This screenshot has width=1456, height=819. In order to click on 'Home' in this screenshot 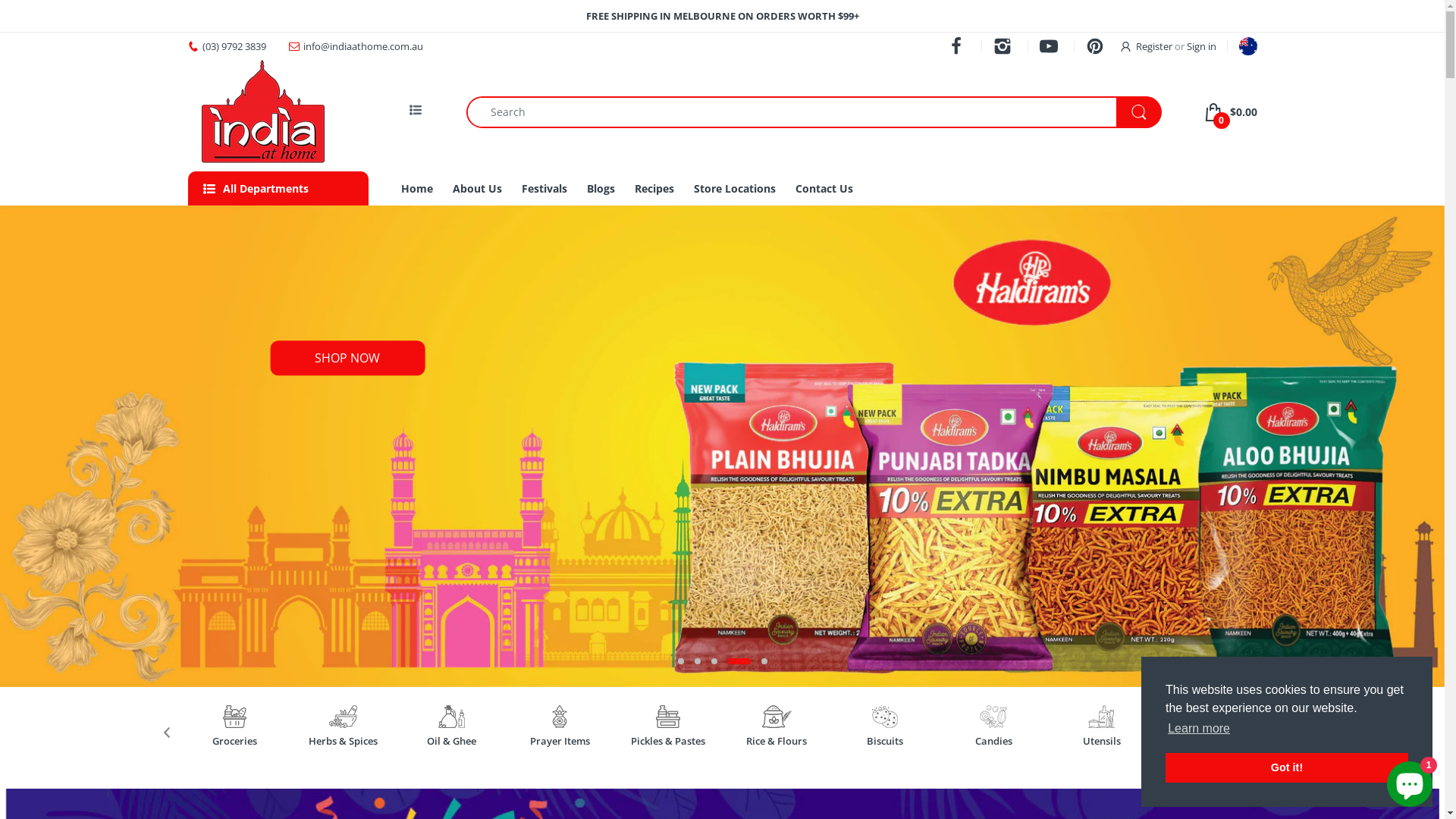, I will do `click(400, 187)`.